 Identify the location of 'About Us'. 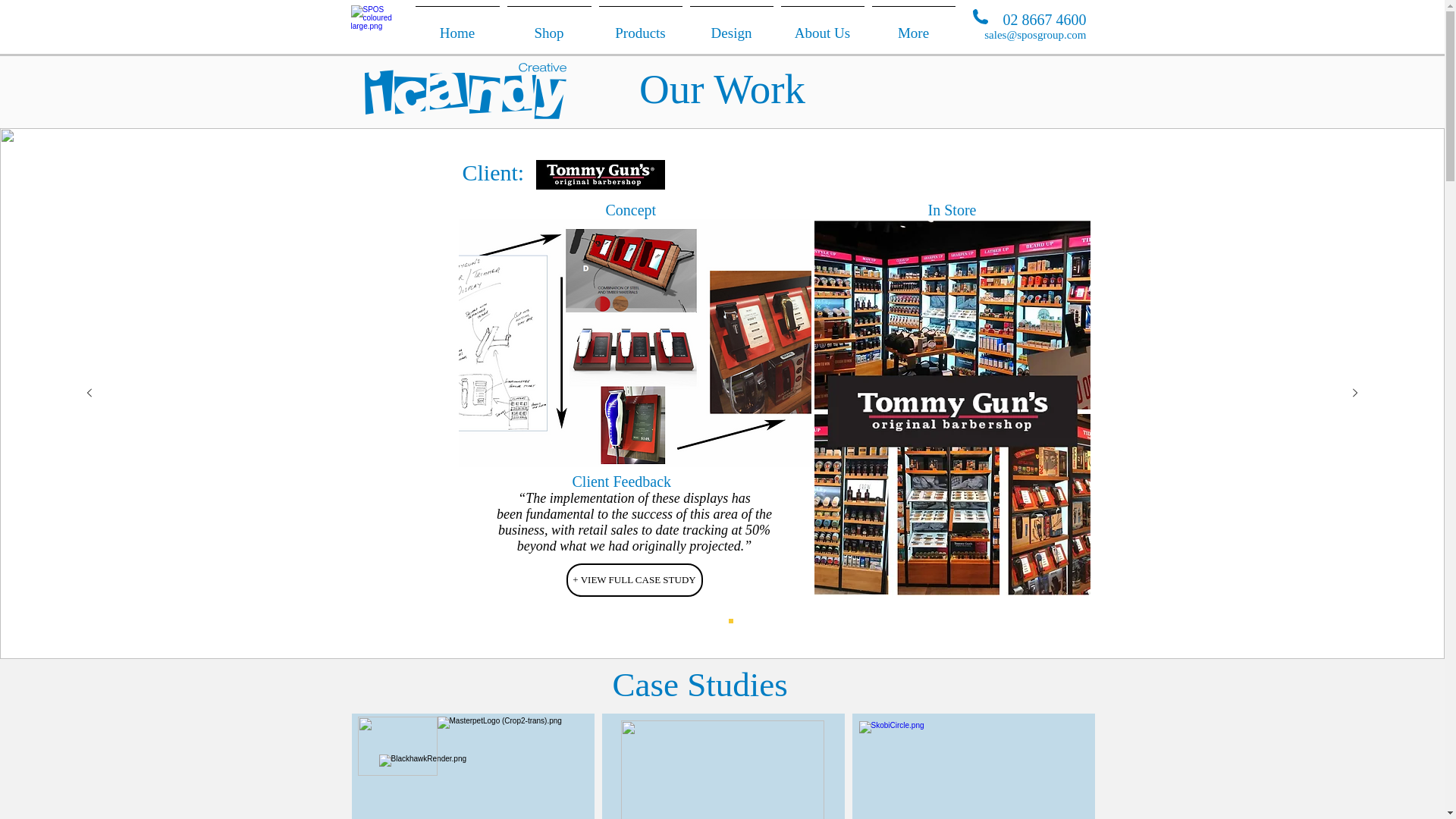
(821, 26).